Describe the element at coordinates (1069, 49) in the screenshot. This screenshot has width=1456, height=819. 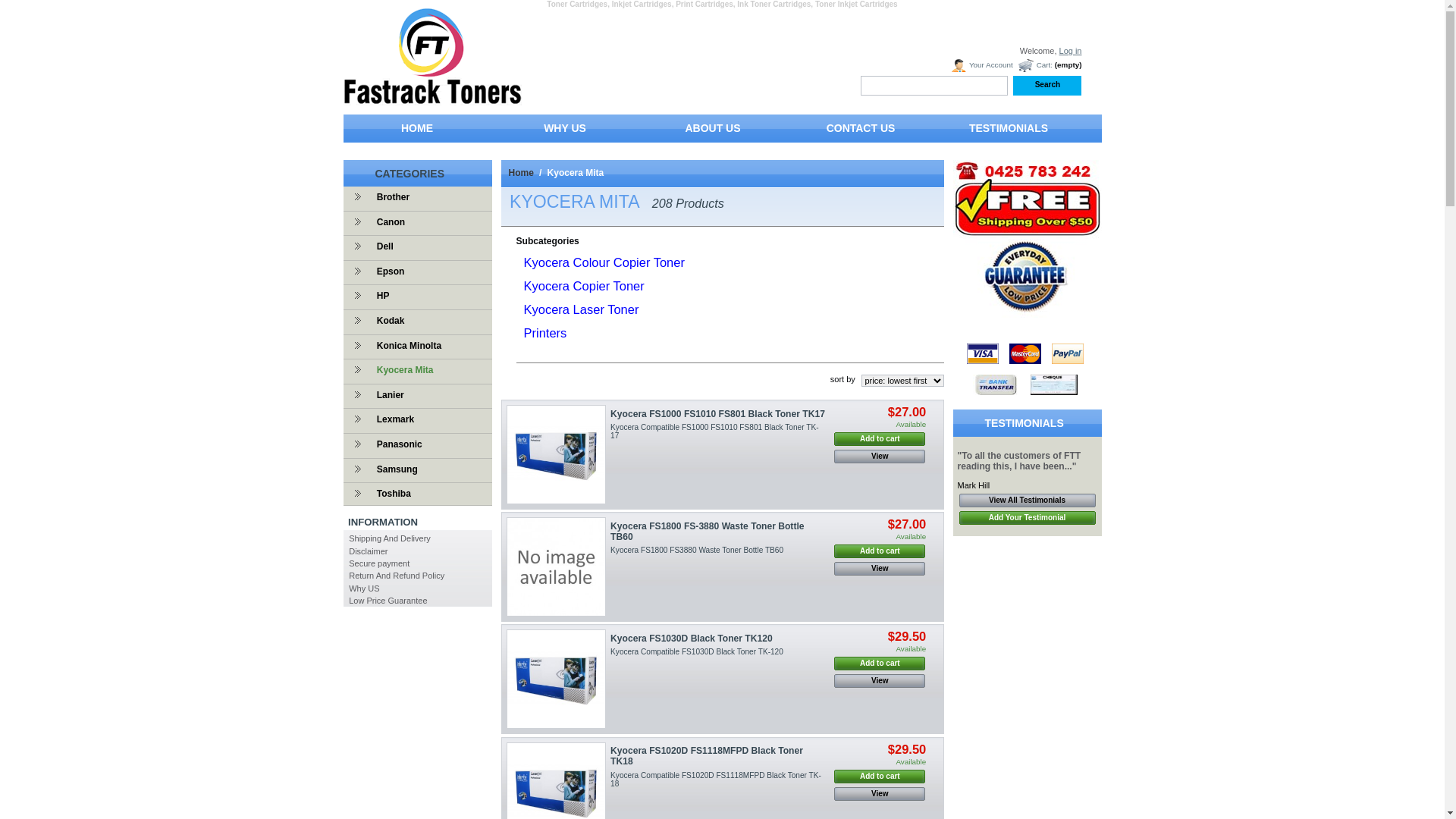
I see `'Log in'` at that location.